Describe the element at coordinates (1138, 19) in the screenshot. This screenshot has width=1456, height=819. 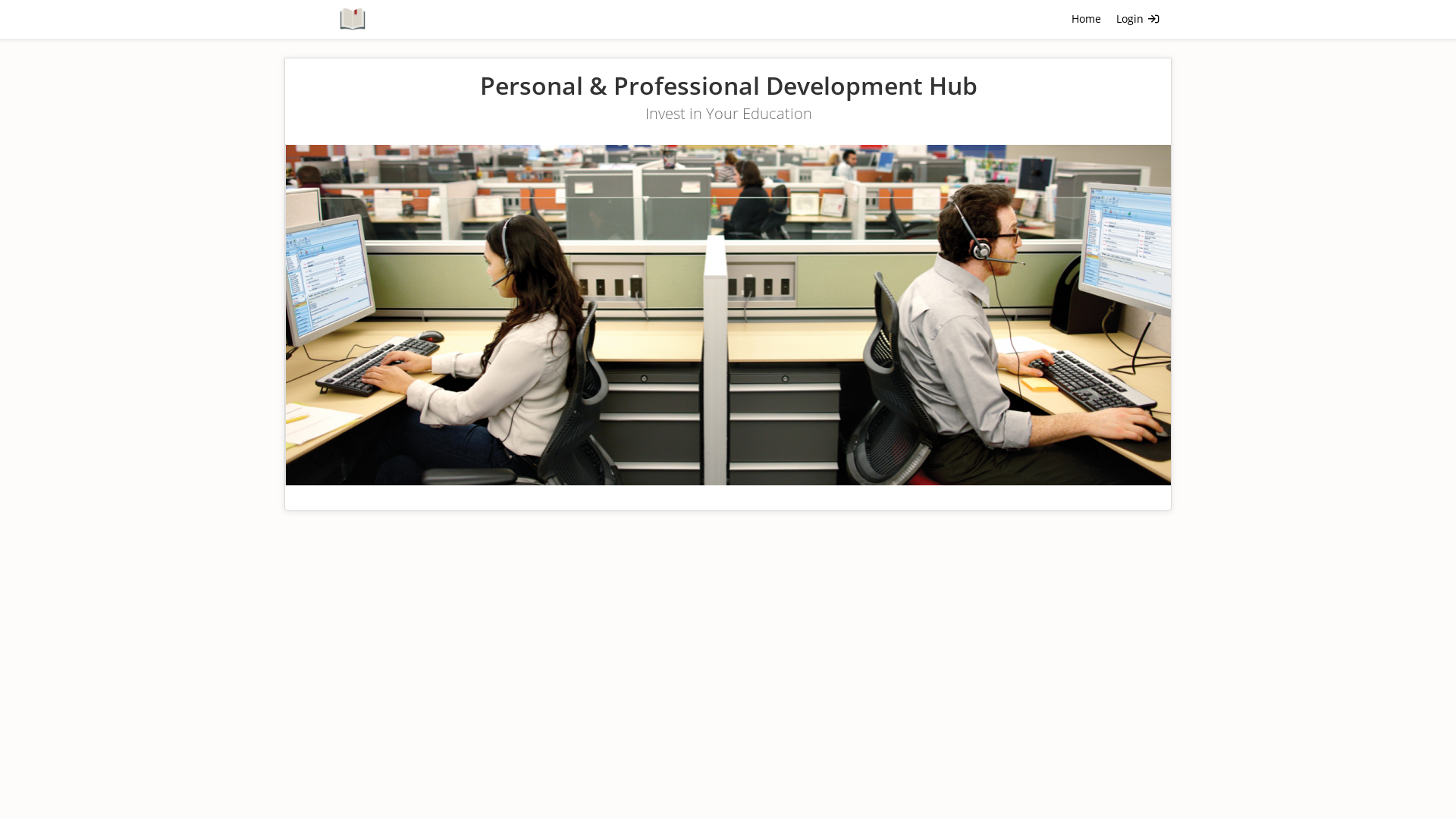
I see `'Login '` at that location.